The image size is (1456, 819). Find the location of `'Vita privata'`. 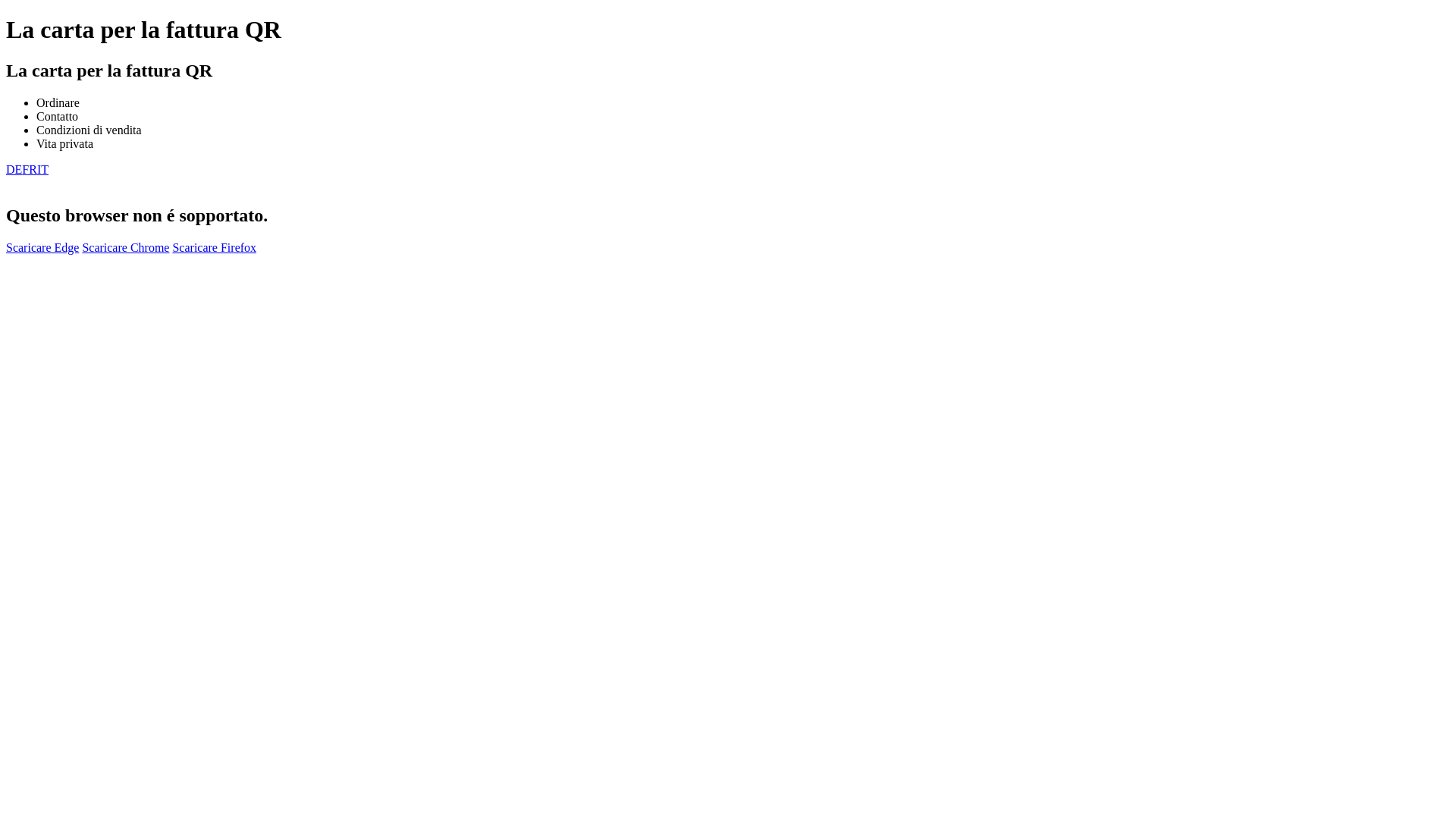

'Vita privata' is located at coordinates (64, 143).